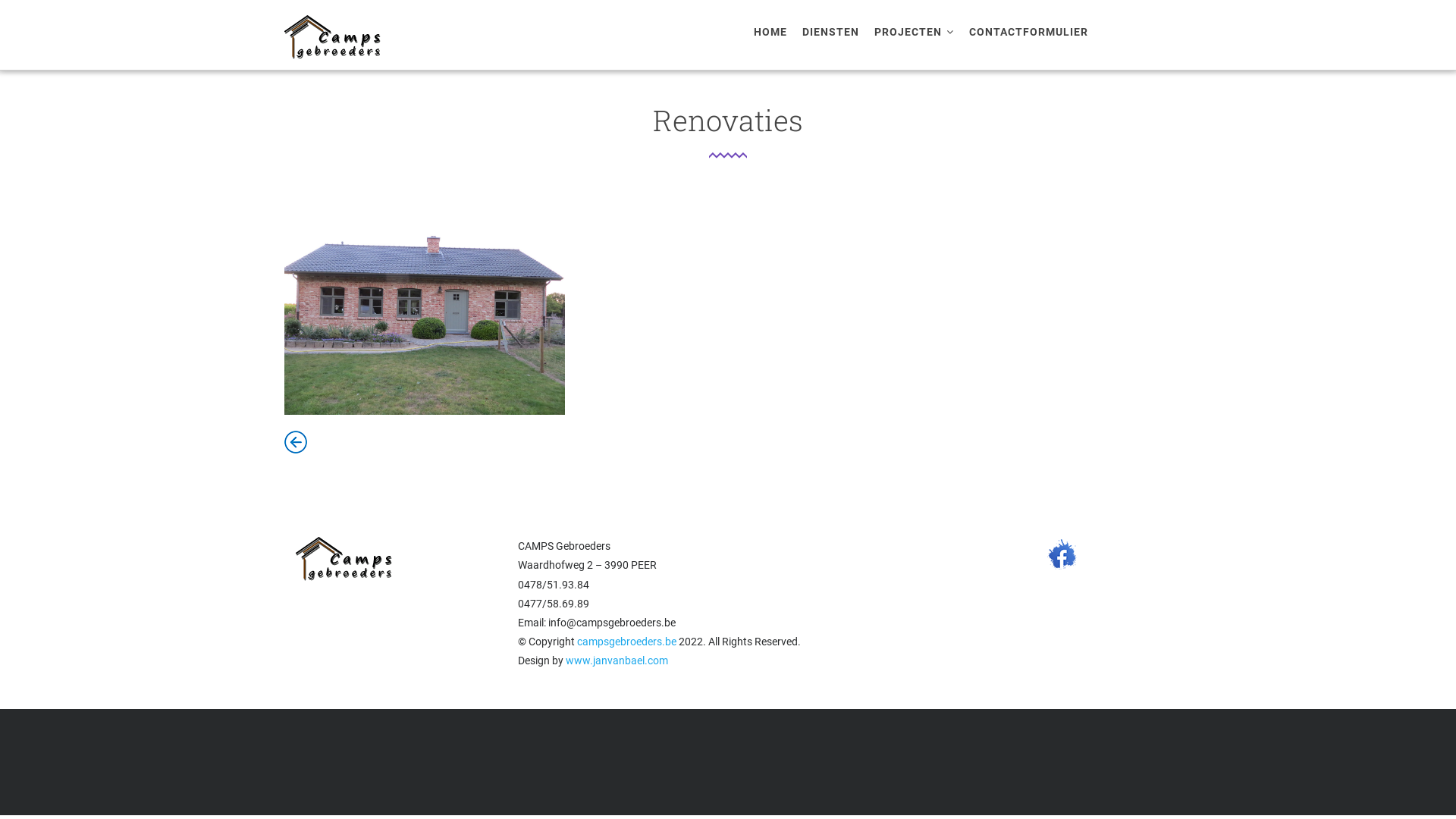 The height and width of the screenshot is (819, 1456). What do you see at coordinates (913, 32) in the screenshot?
I see `'PROJECTEN'` at bounding box center [913, 32].